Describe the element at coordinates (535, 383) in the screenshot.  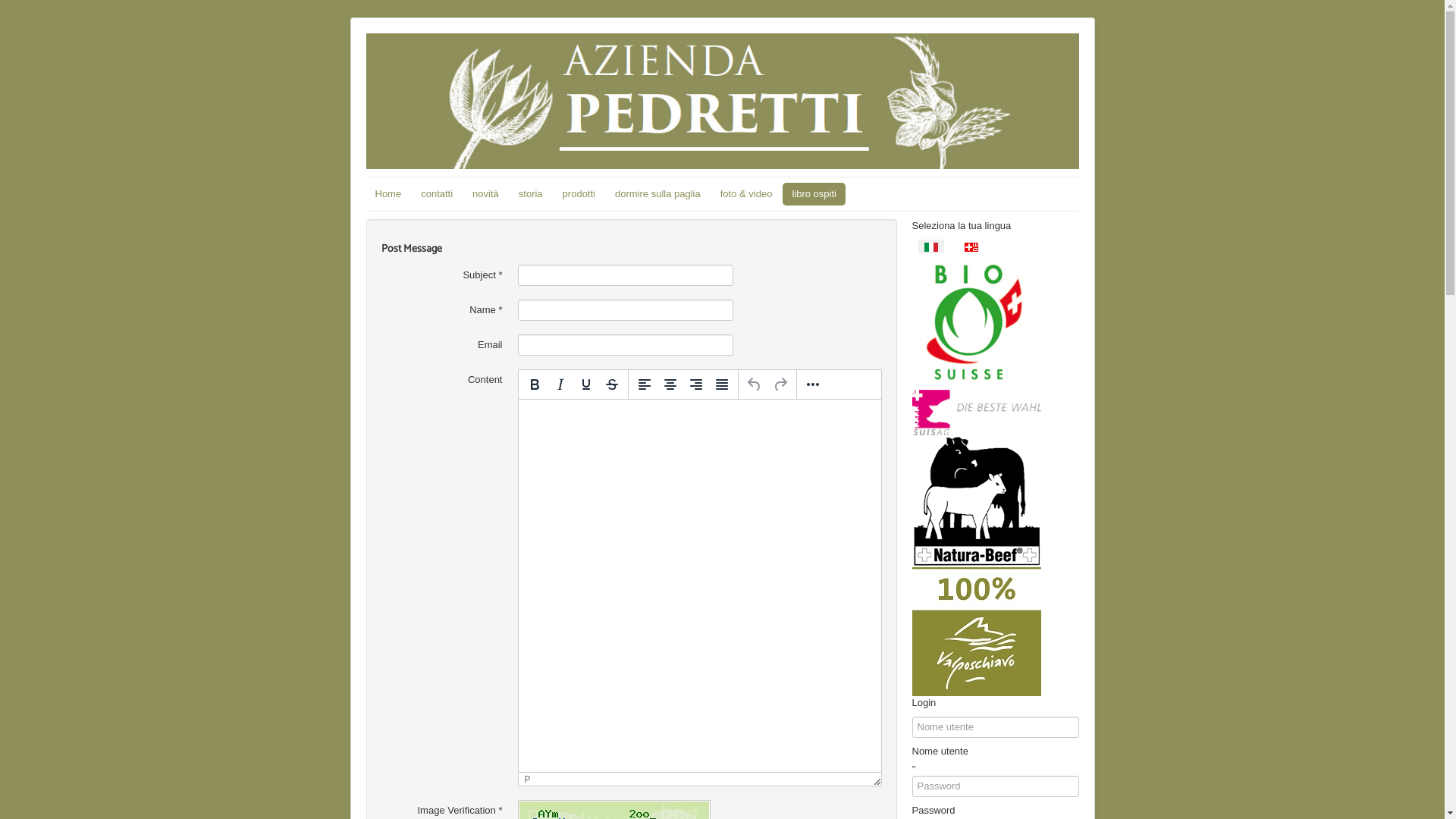
I see `'Grassetto'` at that location.